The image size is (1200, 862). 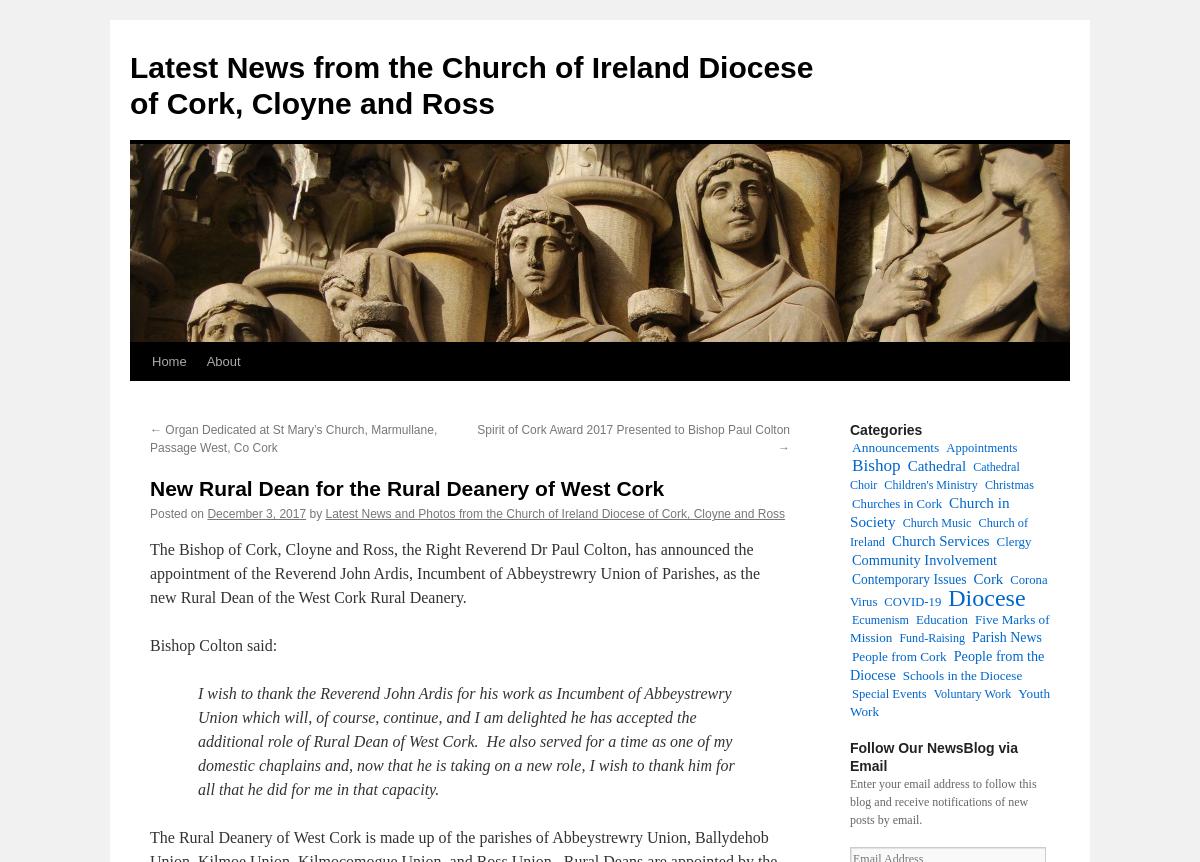 I want to click on 'Latest News and Photos from the Church of Ireland Diocese of Cork, Cloyne and Ross', so click(x=554, y=513).